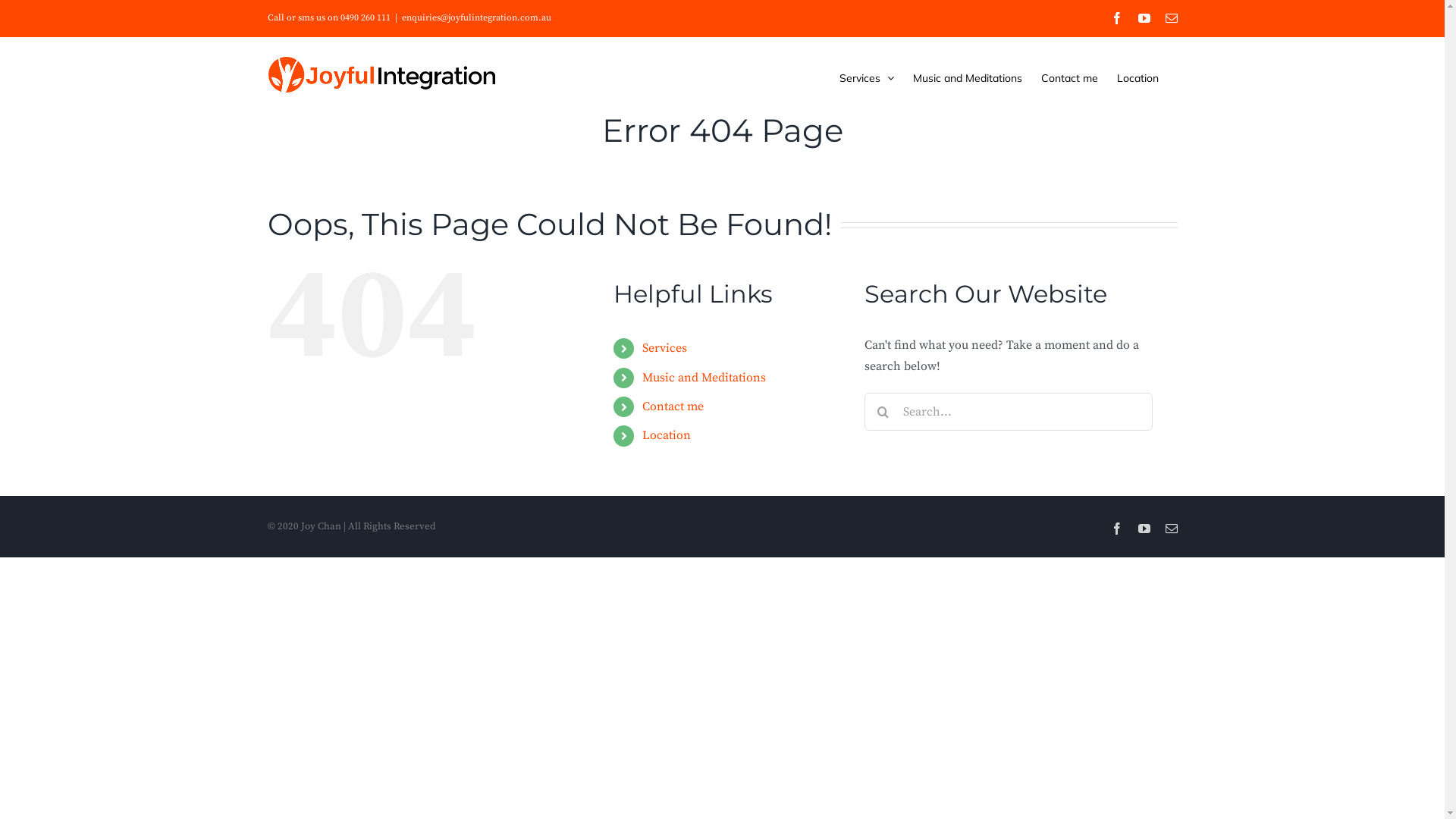 This screenshot has width=1456, height=819. I want to click on 'YouTube', so click(1143, 17).